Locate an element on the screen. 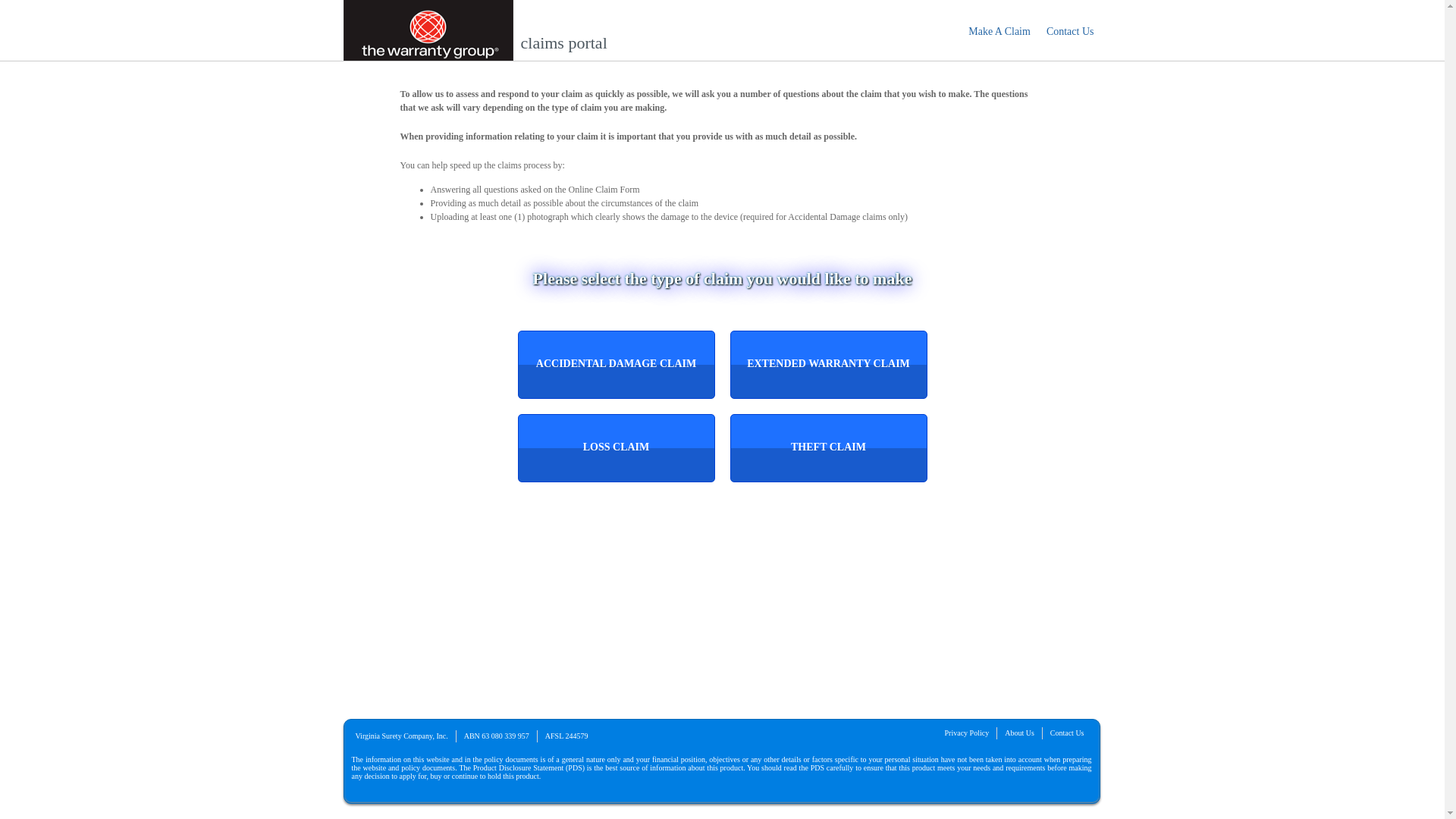 The width and height of the screenshot is (1456, 819). 'About Us' is located at coordinates (1019, 732).